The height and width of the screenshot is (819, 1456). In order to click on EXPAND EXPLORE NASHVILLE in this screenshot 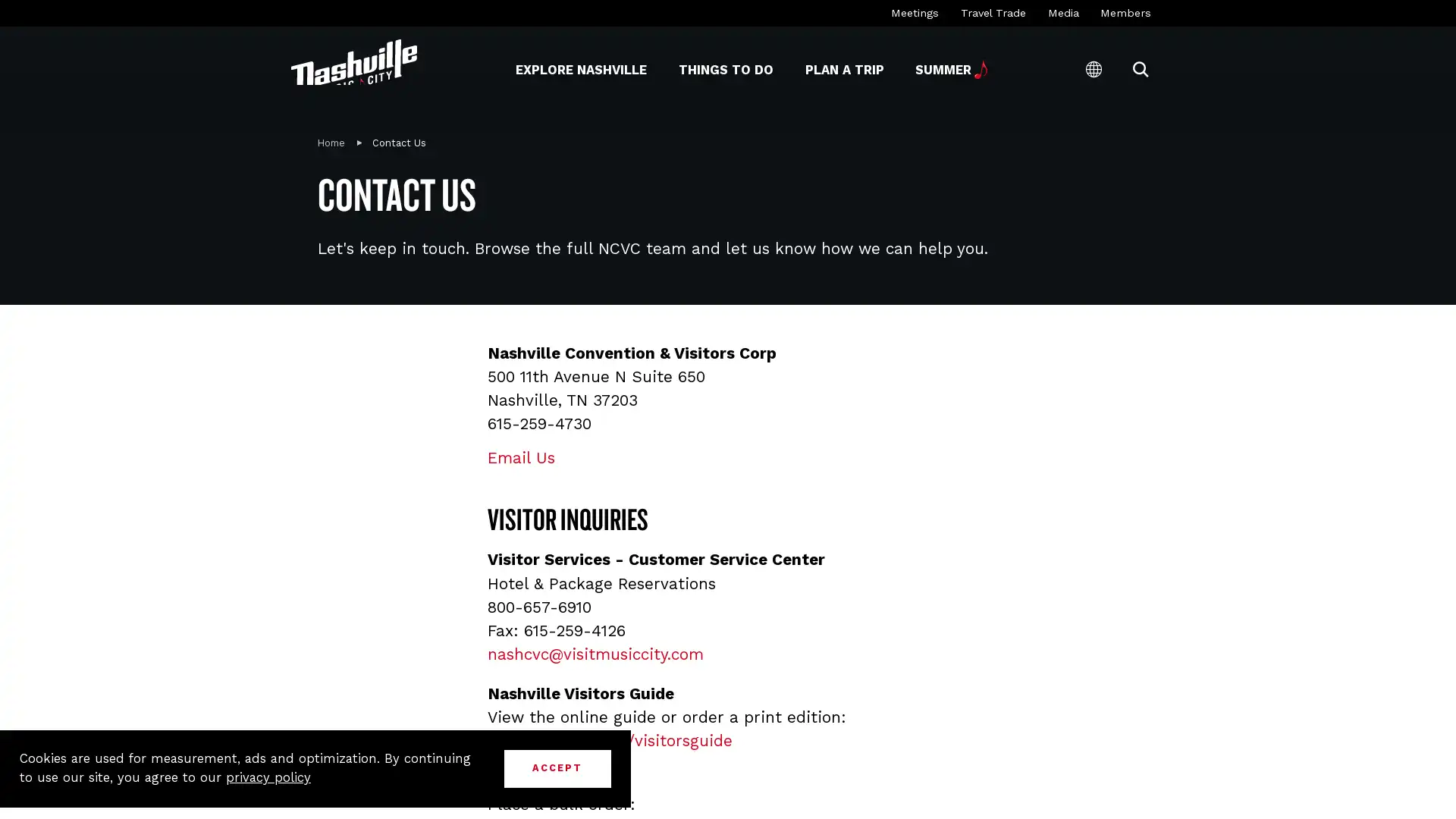, I will do `click(515, 69)`.